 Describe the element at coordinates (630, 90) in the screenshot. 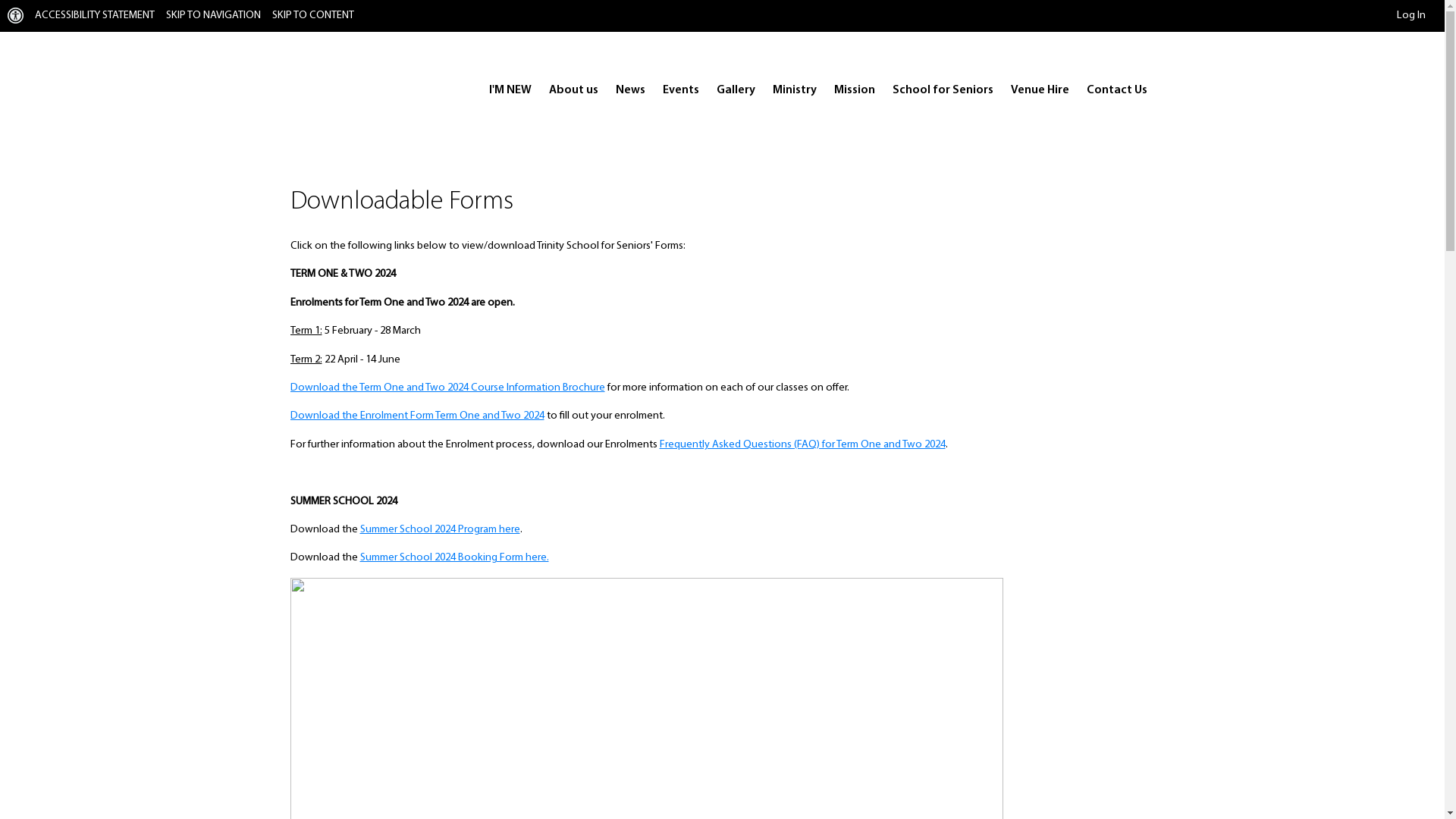

I see `'News'` at that location.